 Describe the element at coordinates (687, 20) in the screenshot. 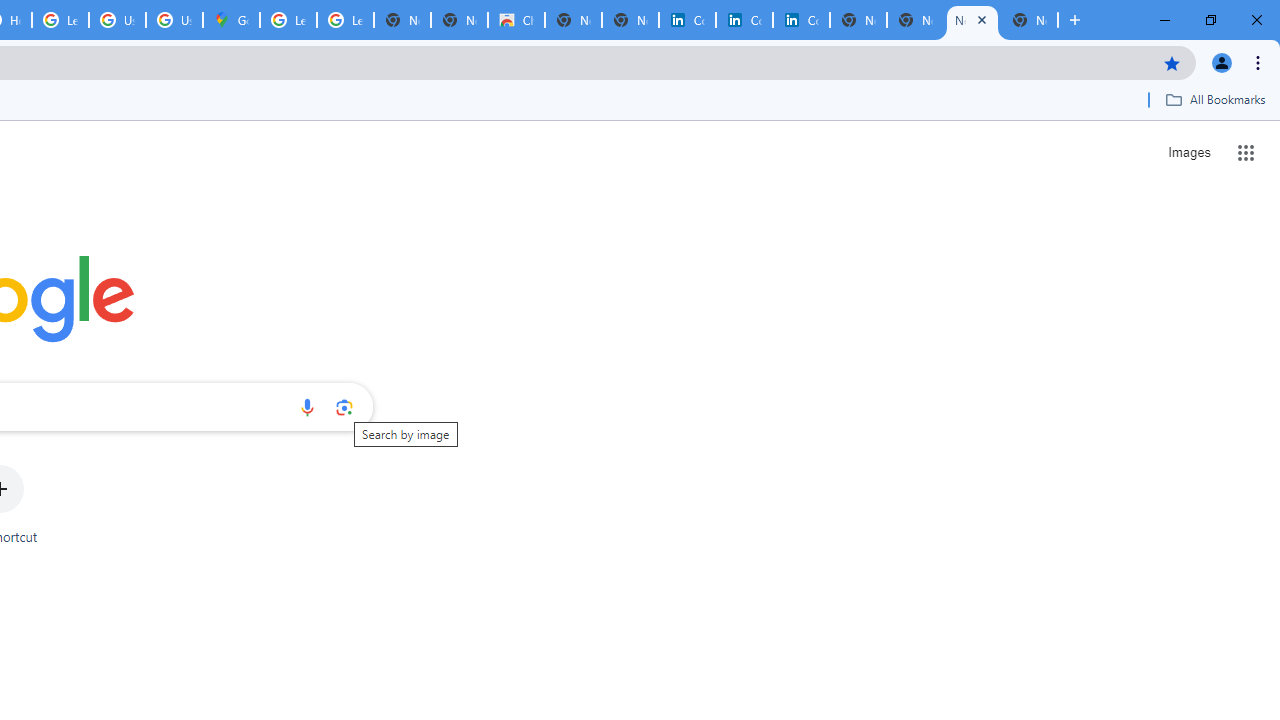

I see `'Cookie Policy | LinkedIn'` at that location.